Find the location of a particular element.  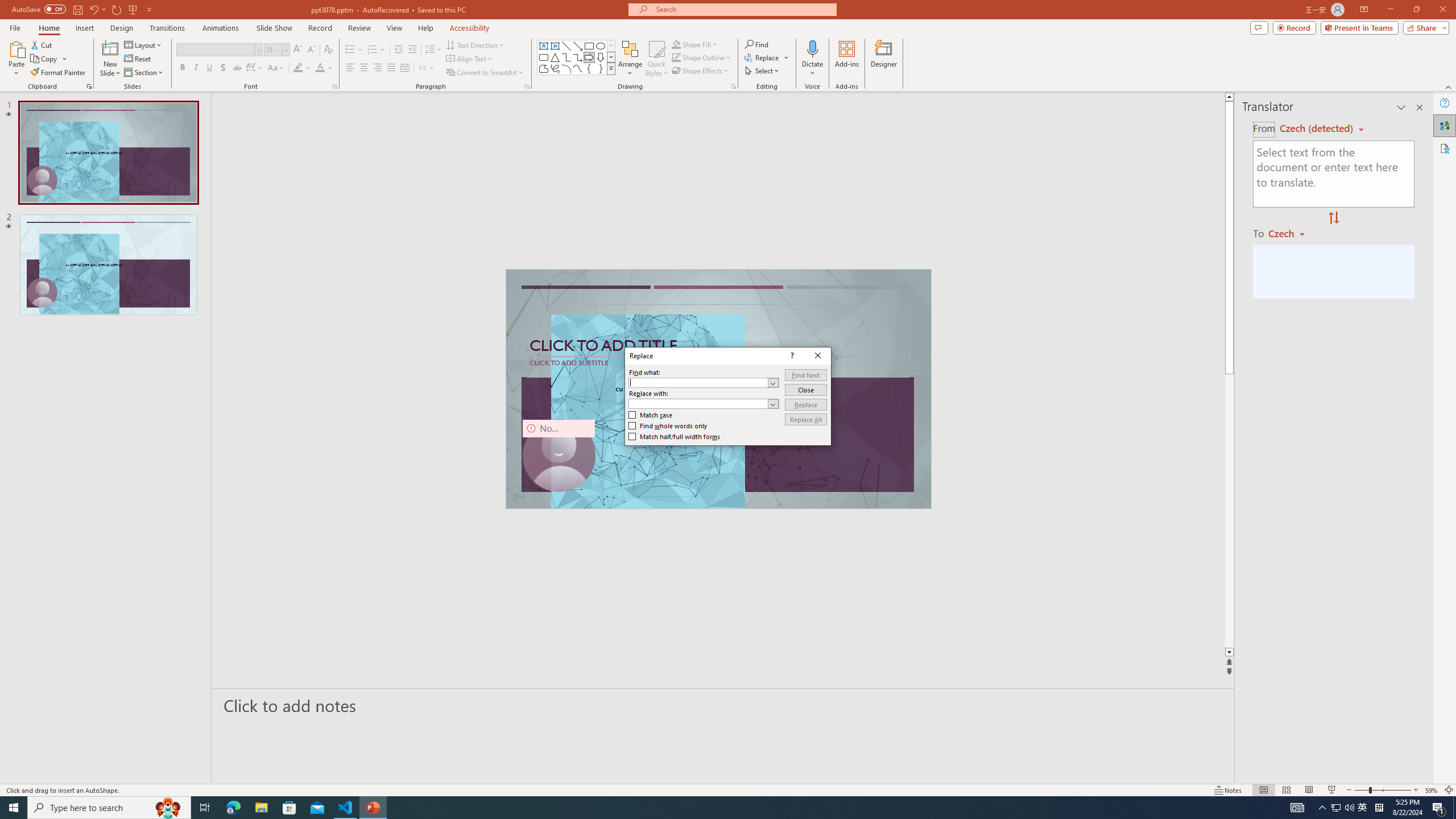

'Replace with' is located at coordinates (698, 403).